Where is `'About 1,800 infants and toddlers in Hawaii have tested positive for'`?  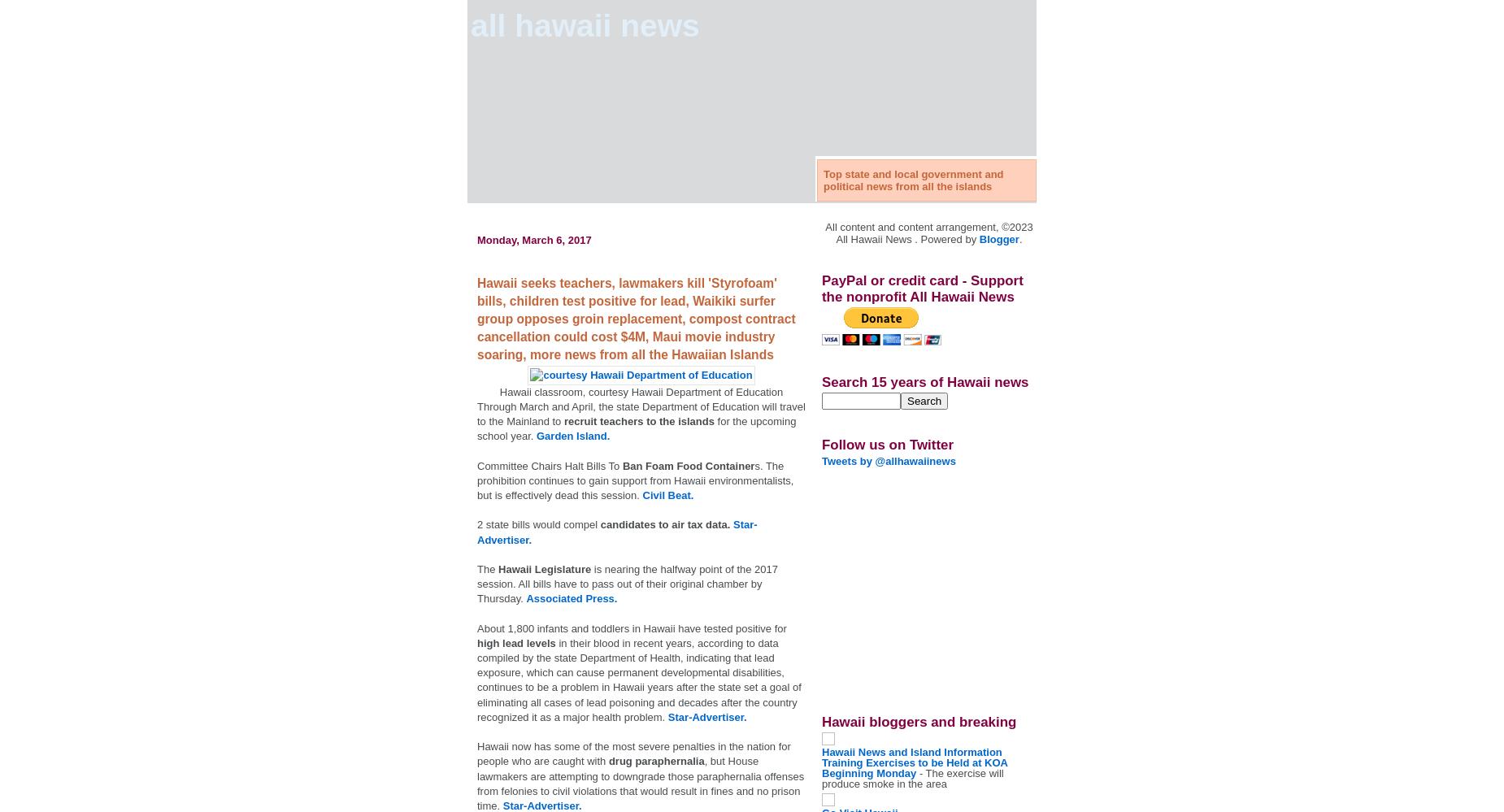 'About 1,800 infants and toddlers in Hawaii have tested positive for' is located at coordinates (632, 627).